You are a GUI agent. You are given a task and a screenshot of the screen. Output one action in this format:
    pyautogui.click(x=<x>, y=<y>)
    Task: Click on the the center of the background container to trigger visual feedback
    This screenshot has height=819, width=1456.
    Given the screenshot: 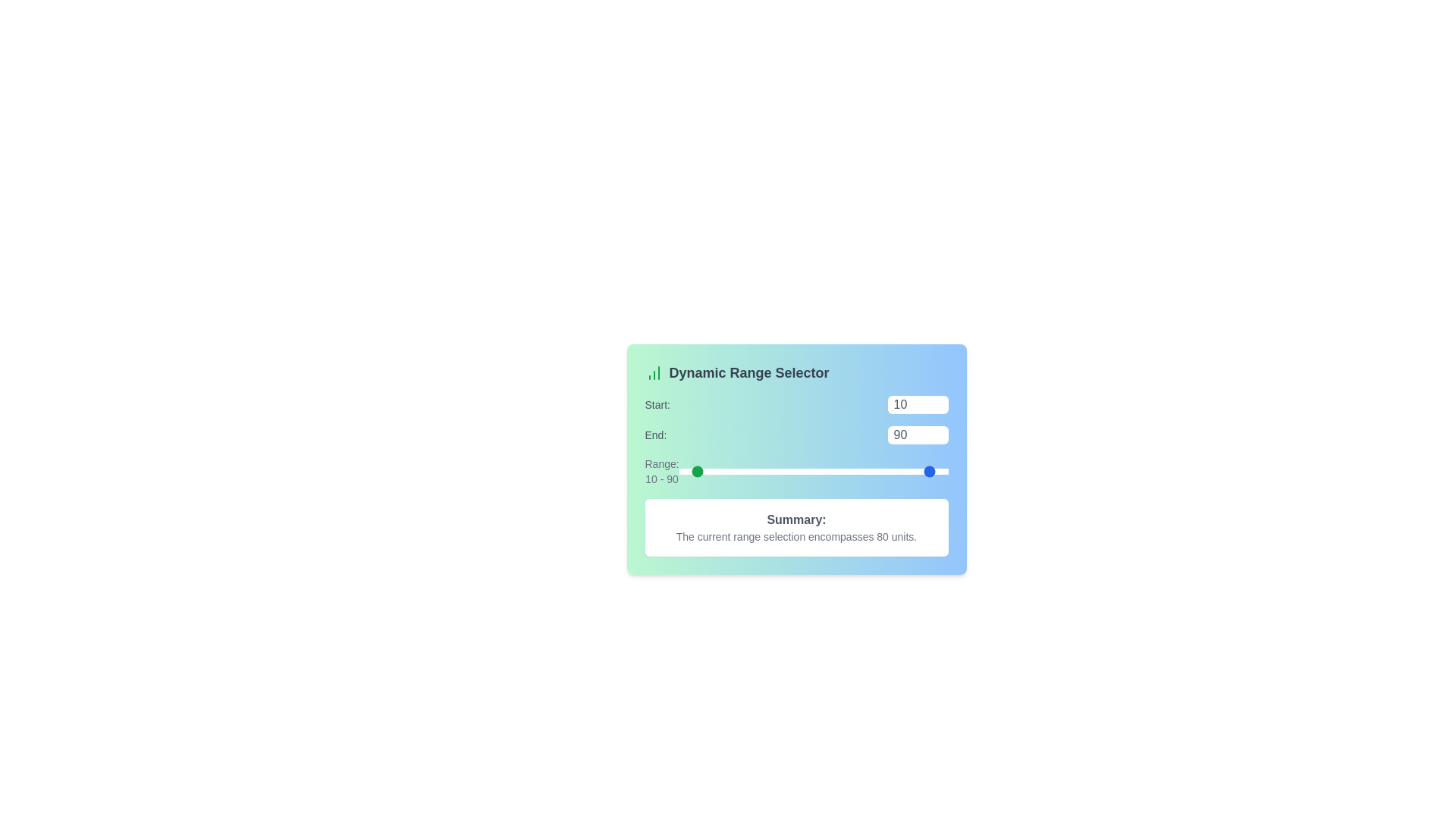 What is the action you would take?
    pyautogui.click(x=795, y=472)
    